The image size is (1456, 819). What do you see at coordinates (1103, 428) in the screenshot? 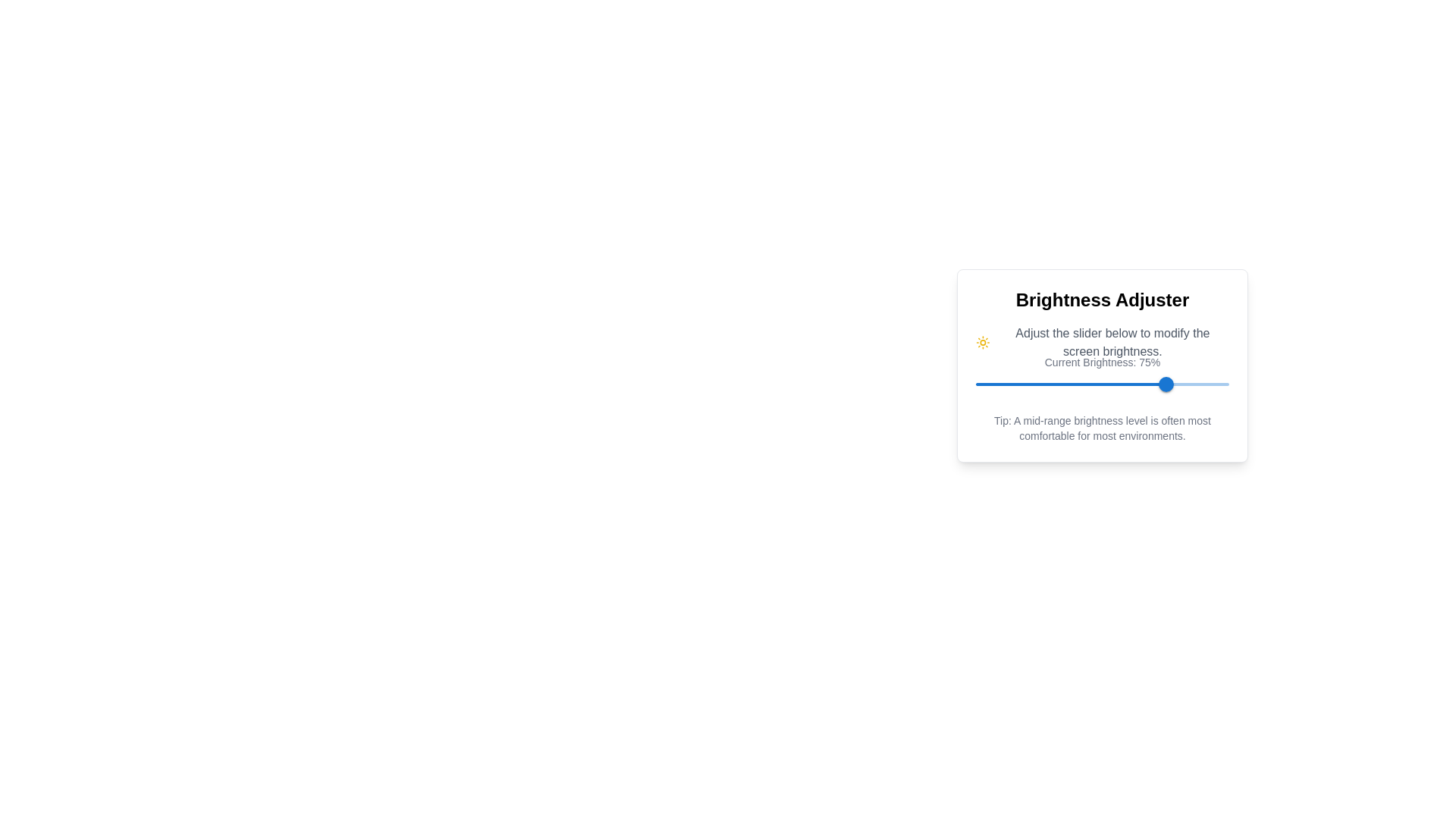
I see `text in the prominently styled text block that provides advice on brightness levels, located at the bottom of the 'Brightness Adjuster' card component` at bounding box center [1103, 428].